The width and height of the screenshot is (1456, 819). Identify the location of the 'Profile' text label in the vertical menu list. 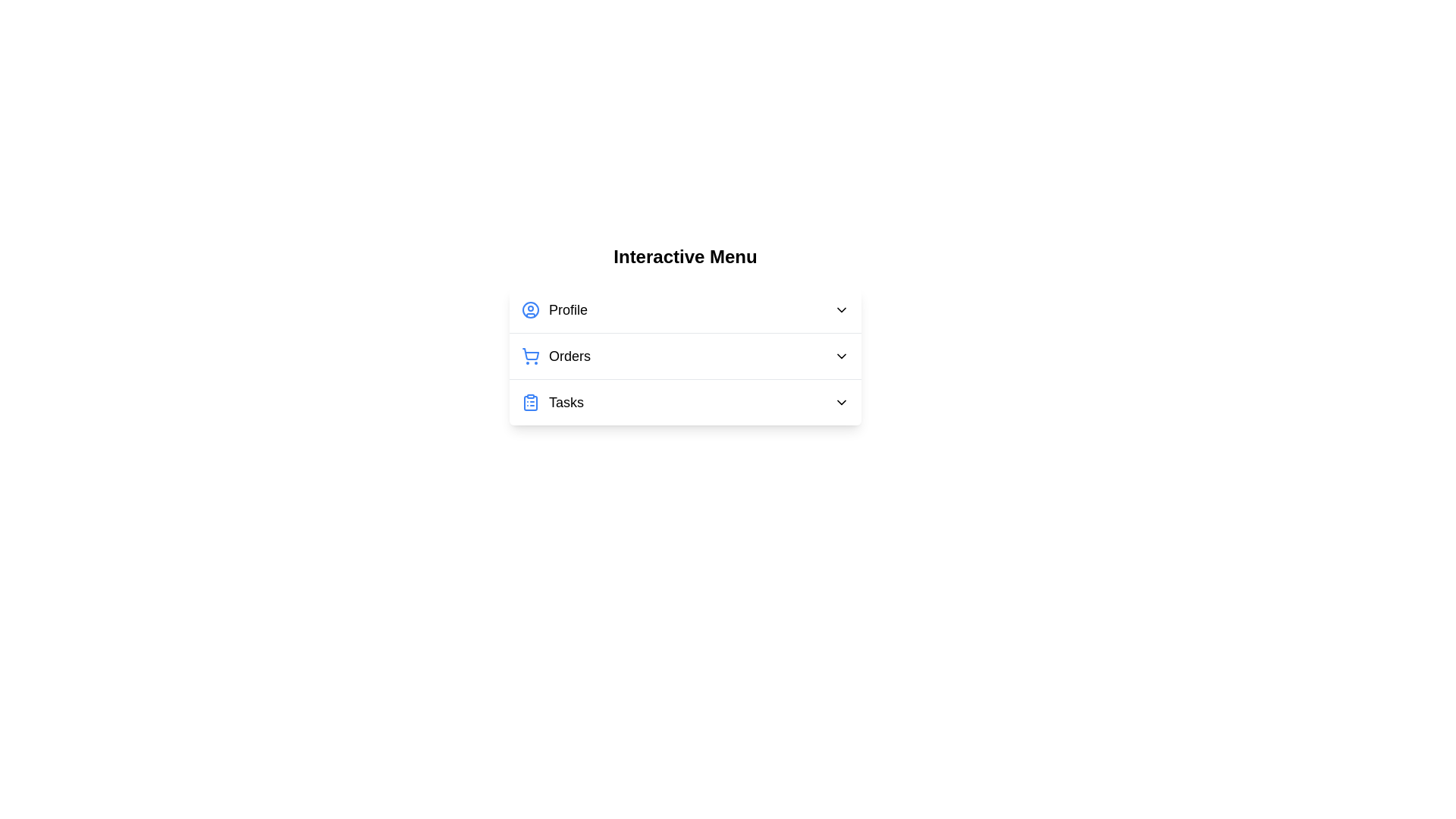
(567, 309).